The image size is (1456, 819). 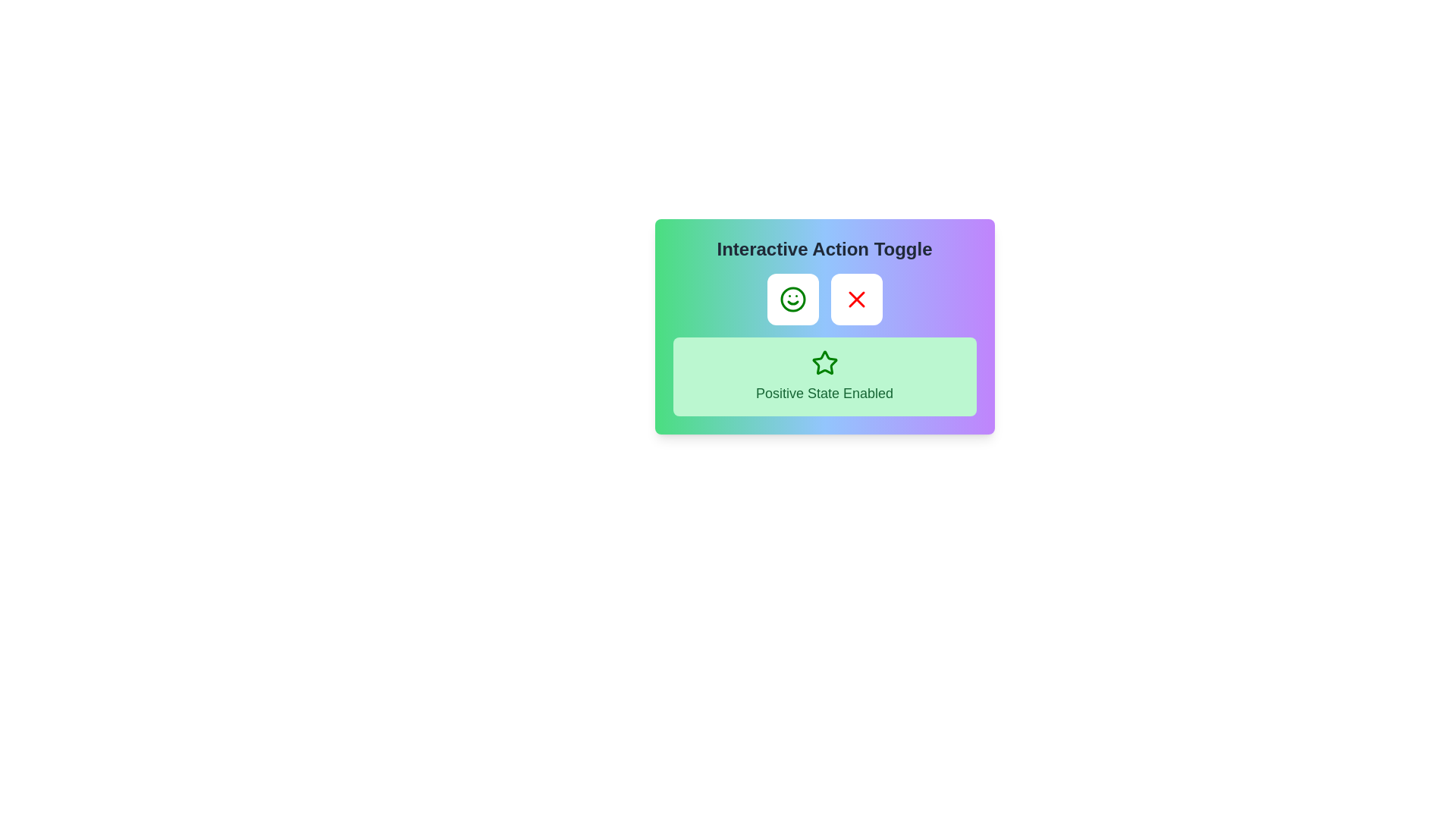 I want to click on the textual heading 'Interactive Action Toggle', which is styled in bold, large dark gray font and is centrally aligned above a row of interactive buttons, so click(x=824, y=248).